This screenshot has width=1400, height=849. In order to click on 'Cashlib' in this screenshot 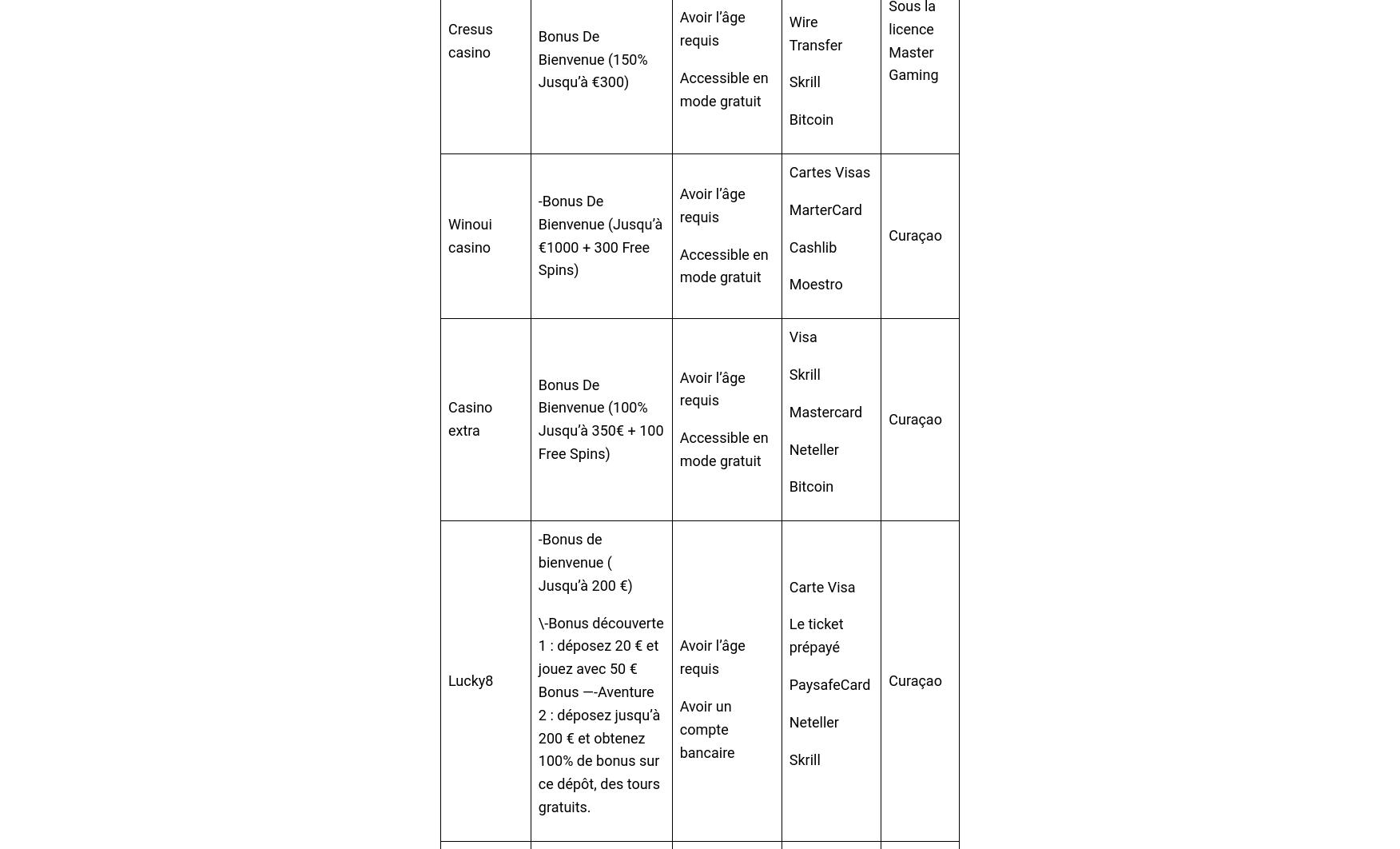, I will do `click(812, 245)`.